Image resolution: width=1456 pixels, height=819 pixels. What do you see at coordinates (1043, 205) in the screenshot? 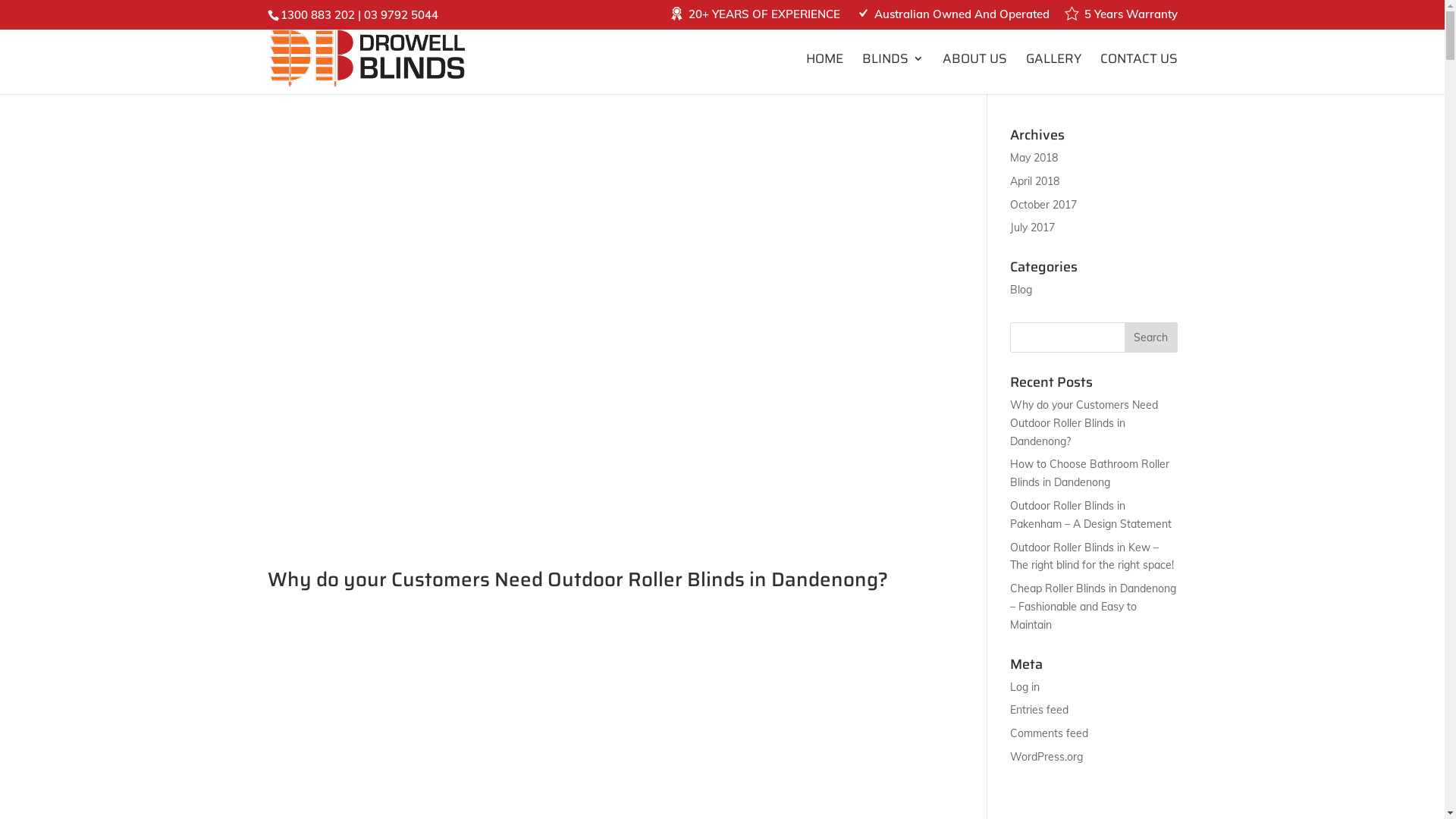
I see `'October 2017'` at bounding box center [1043, 205].